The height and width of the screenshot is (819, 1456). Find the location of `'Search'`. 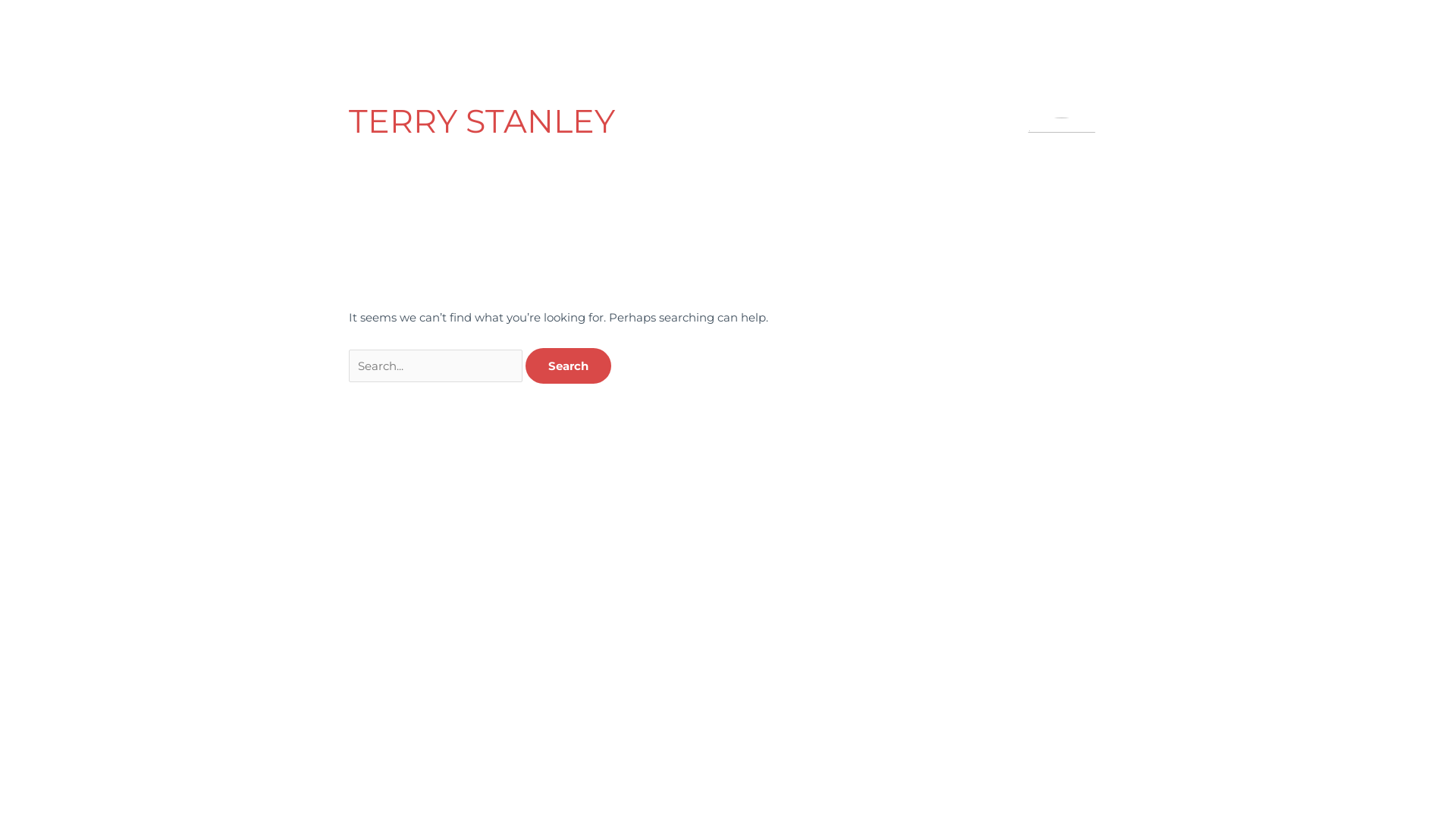

'Search' is located at coordinates (525, 366).